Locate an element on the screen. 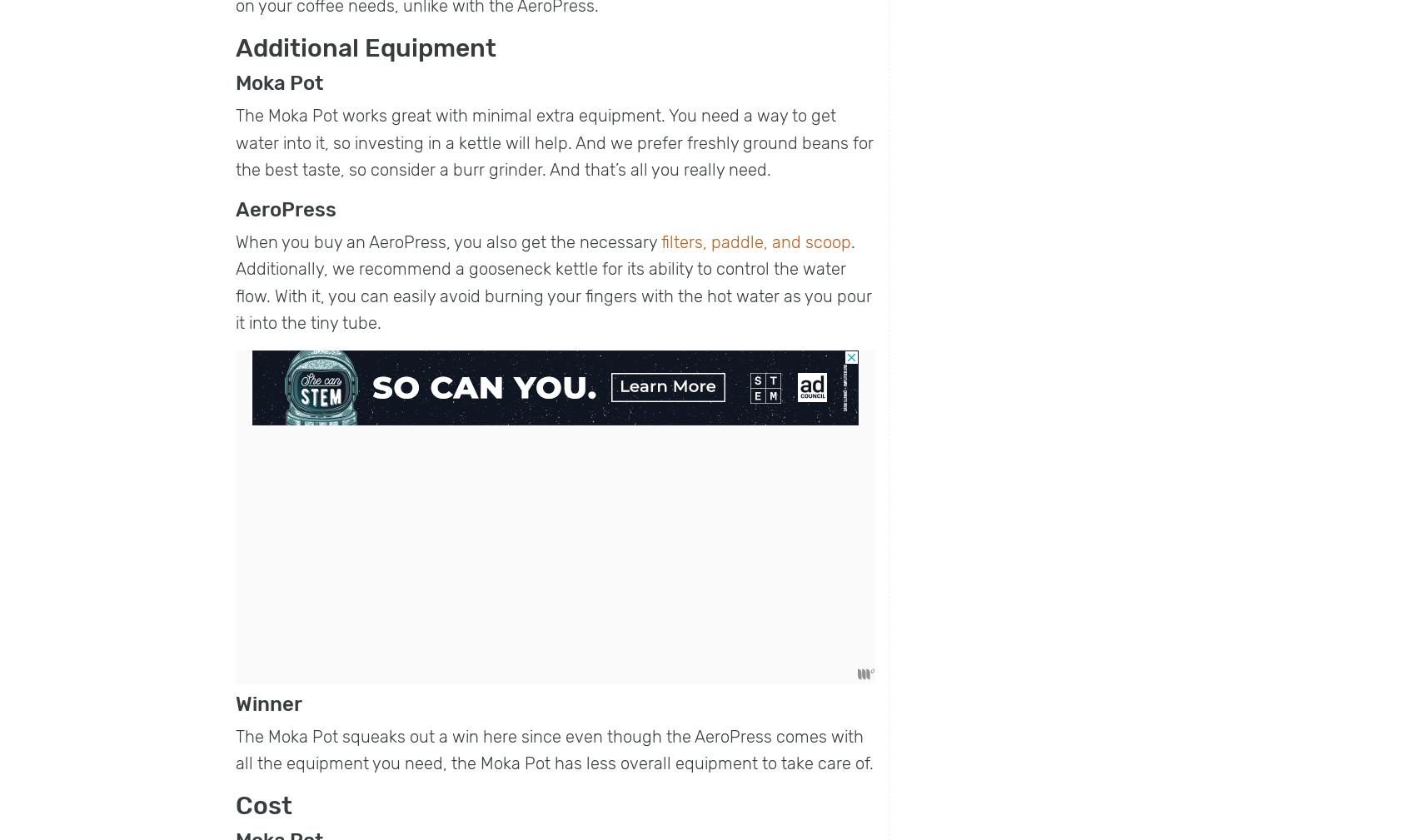  'AeroPress' is located at coordinates (285, 208).